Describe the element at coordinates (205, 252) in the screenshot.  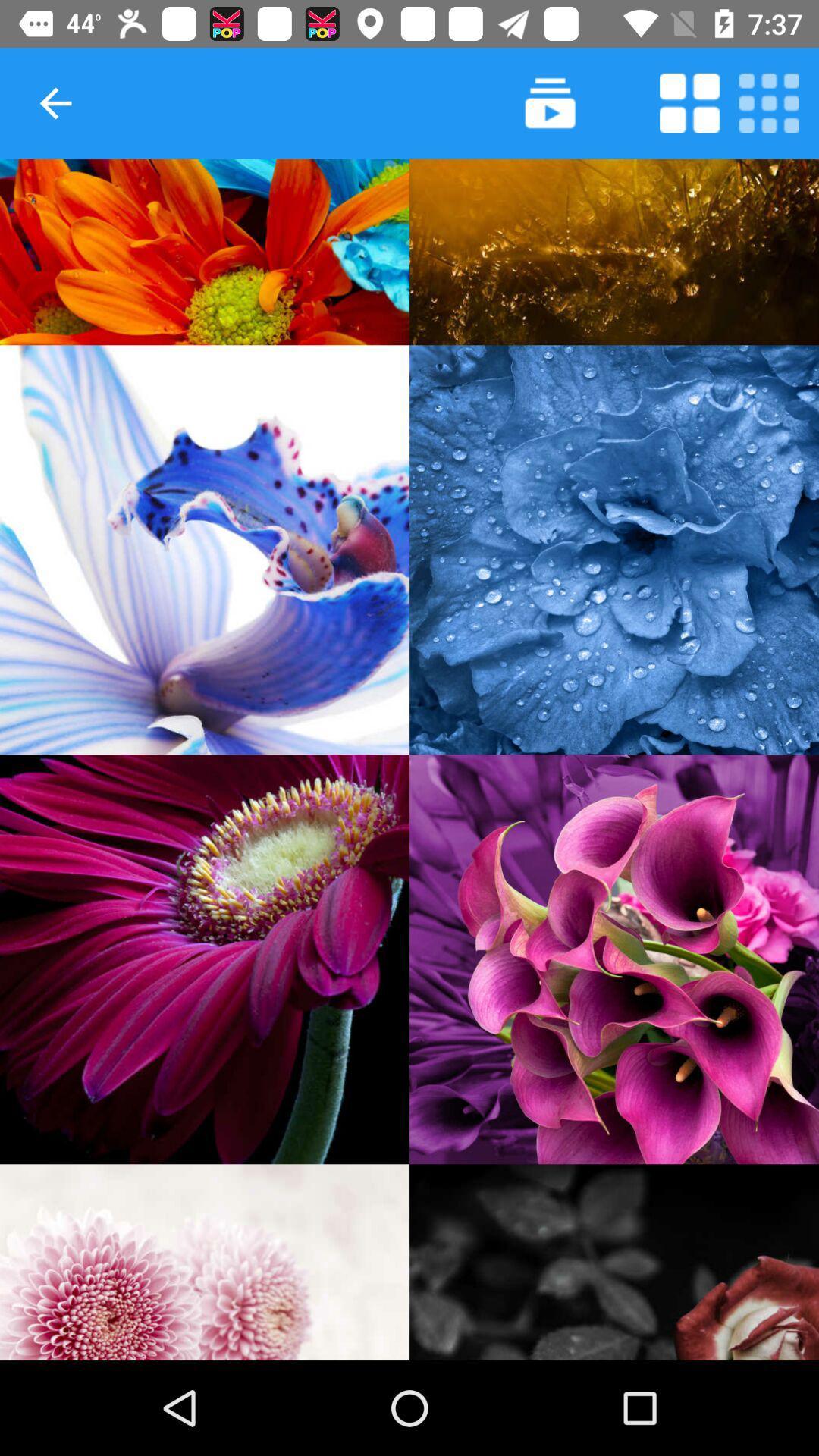
I see `show image` at that location.